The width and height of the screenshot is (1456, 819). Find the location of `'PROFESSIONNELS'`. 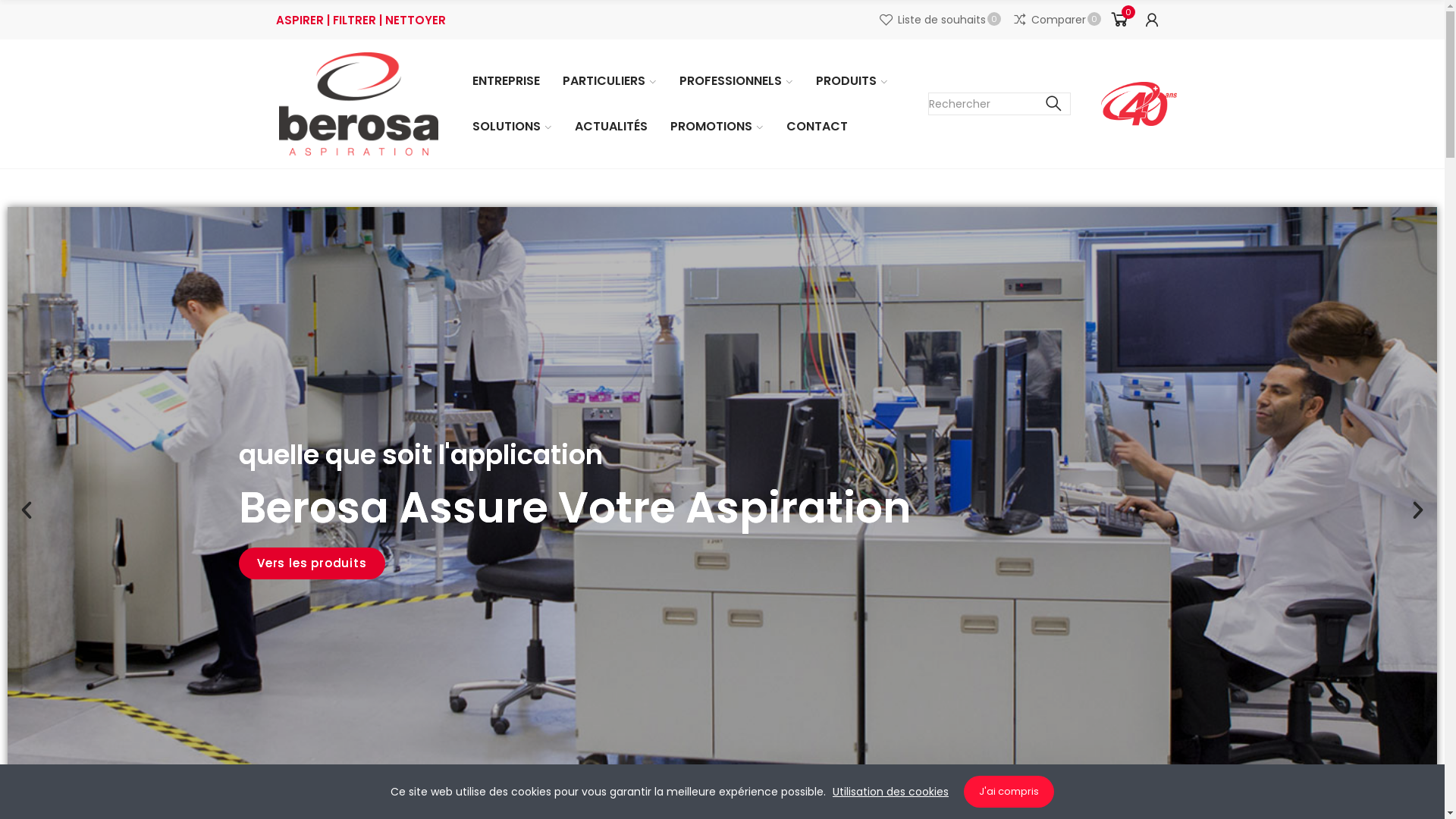

'PROFESSIONNELS' is located at coordinates (735, 81).